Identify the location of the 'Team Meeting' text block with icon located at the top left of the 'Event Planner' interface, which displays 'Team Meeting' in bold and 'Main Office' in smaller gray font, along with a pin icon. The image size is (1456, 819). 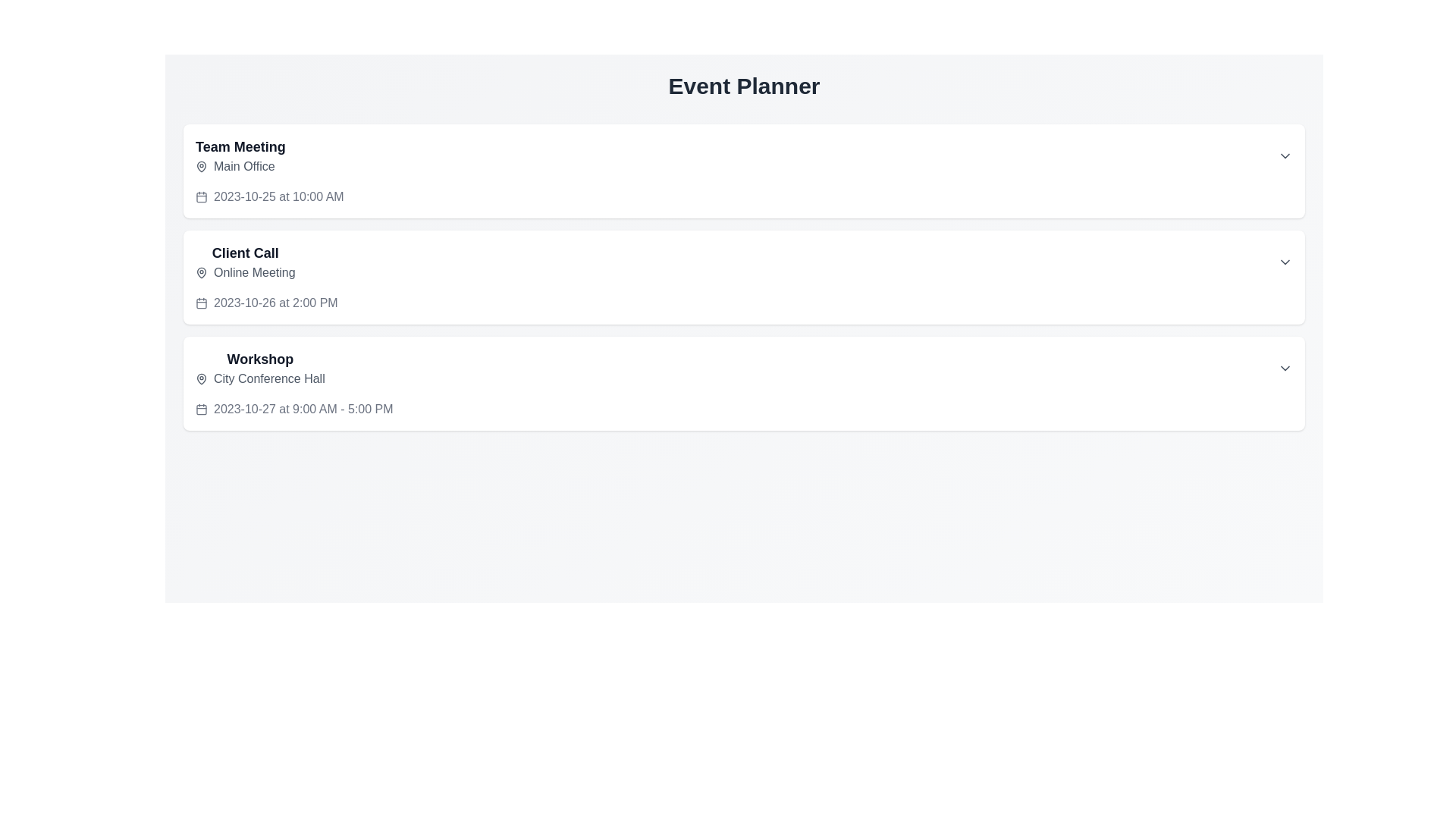
(240, 155).